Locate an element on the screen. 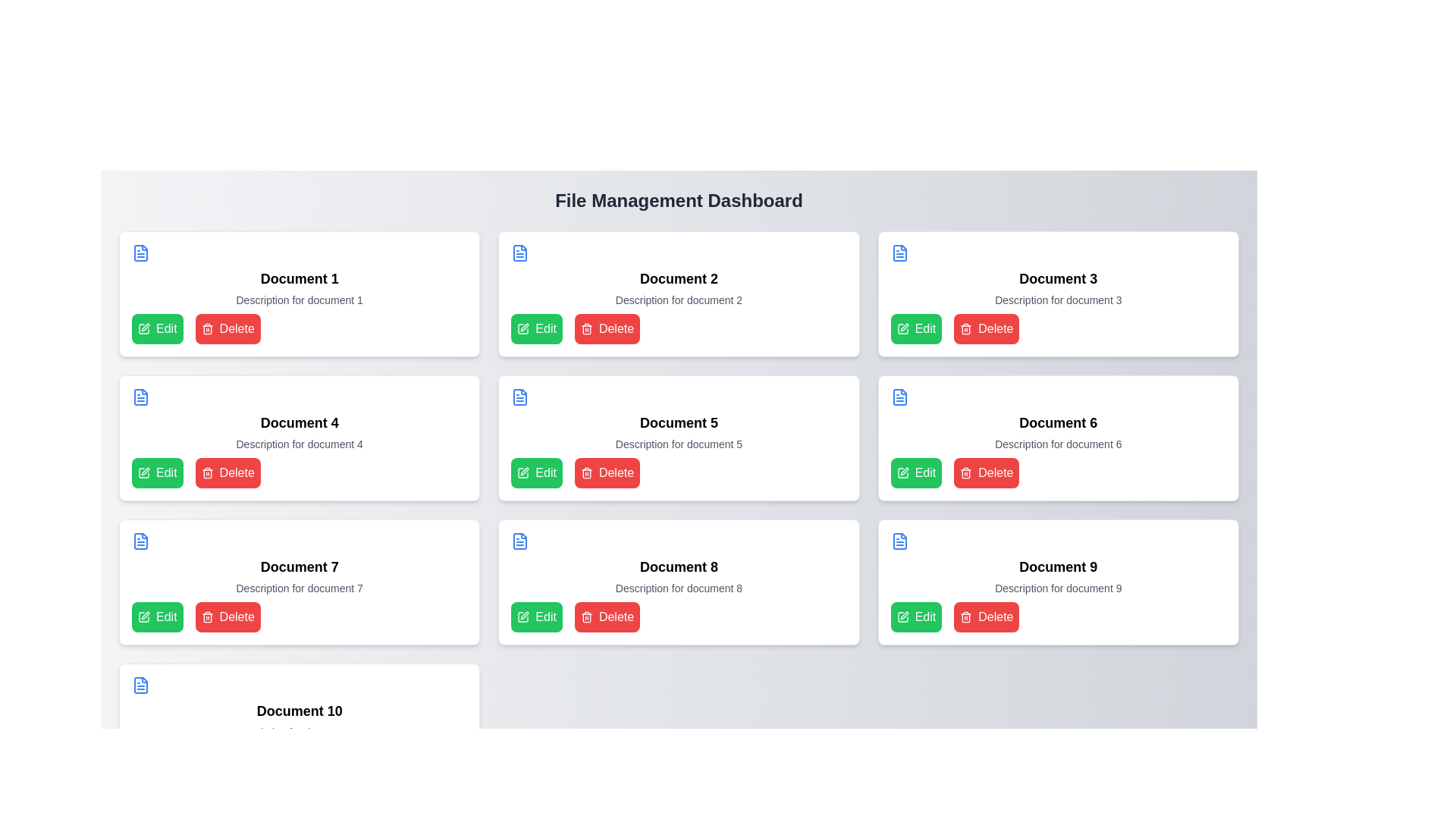 Image resolution: width=1456 pixels, height=819 pixels. the editing icon located in the bottom left corner of the control panel associated with 'Document 10' is located at coordinates (146, 760).